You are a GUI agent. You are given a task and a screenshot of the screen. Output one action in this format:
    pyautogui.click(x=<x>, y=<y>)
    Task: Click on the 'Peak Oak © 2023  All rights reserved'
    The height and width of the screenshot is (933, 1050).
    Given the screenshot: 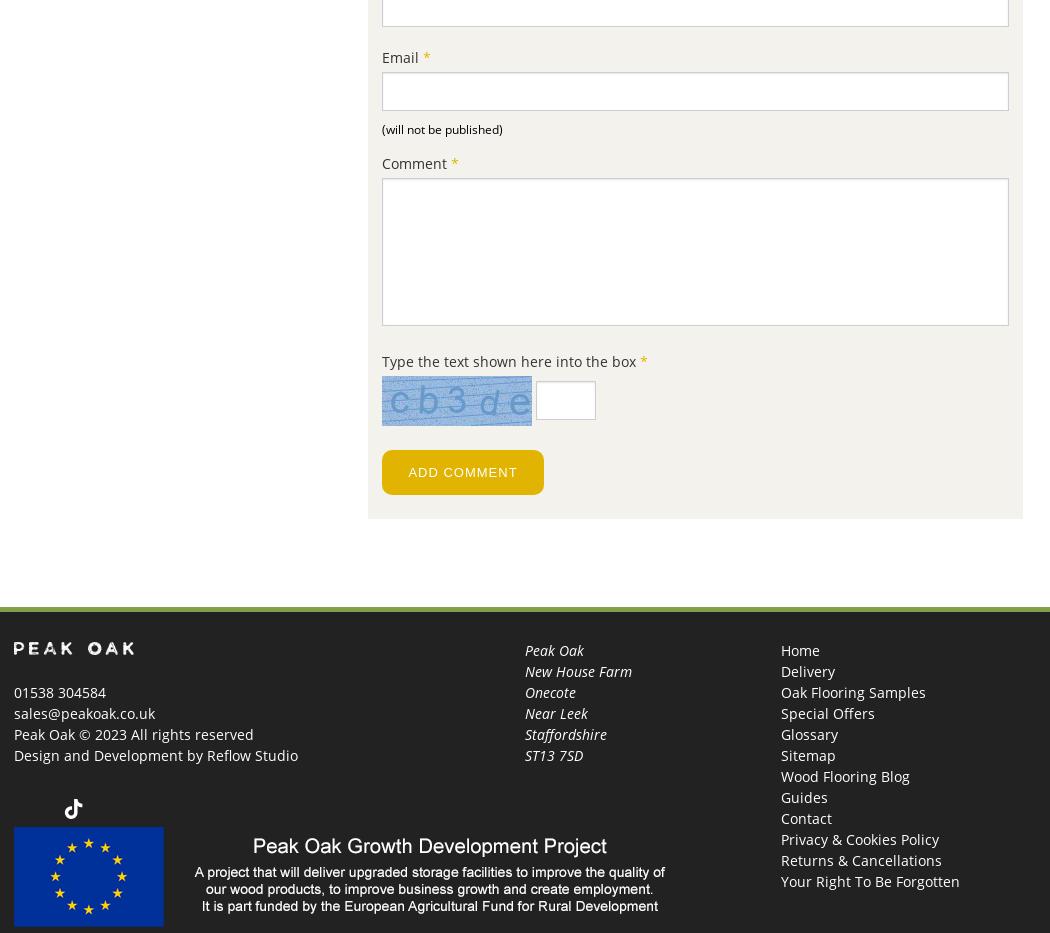 What is the action you would take?
    pyautogui.click(x=132, y=733)
    